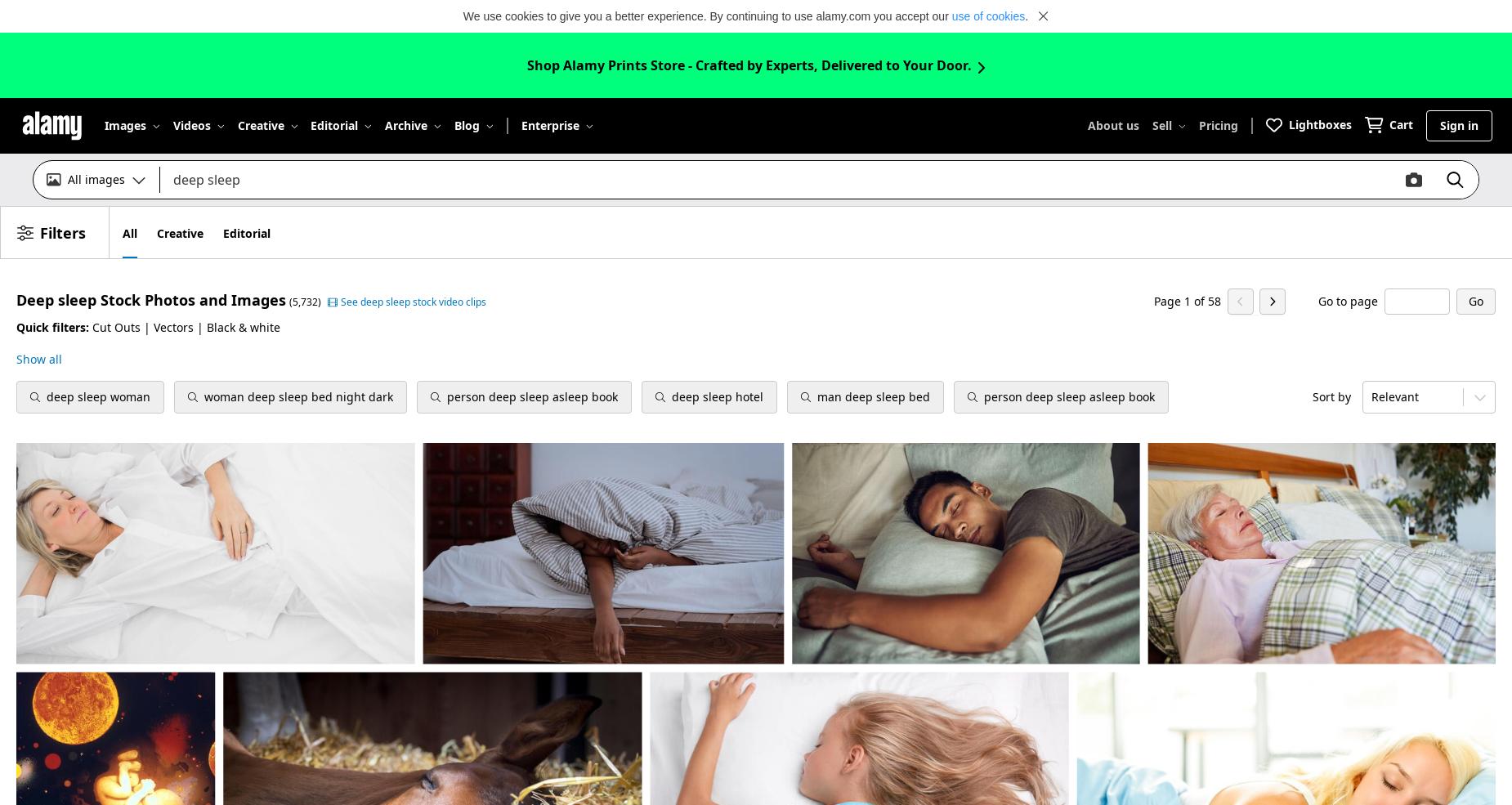 The width and height of the screenshot is (1512, 805). Describe the element at coordinates (1312, 396) in the screenshot. I see `'Sort by'` at that location.